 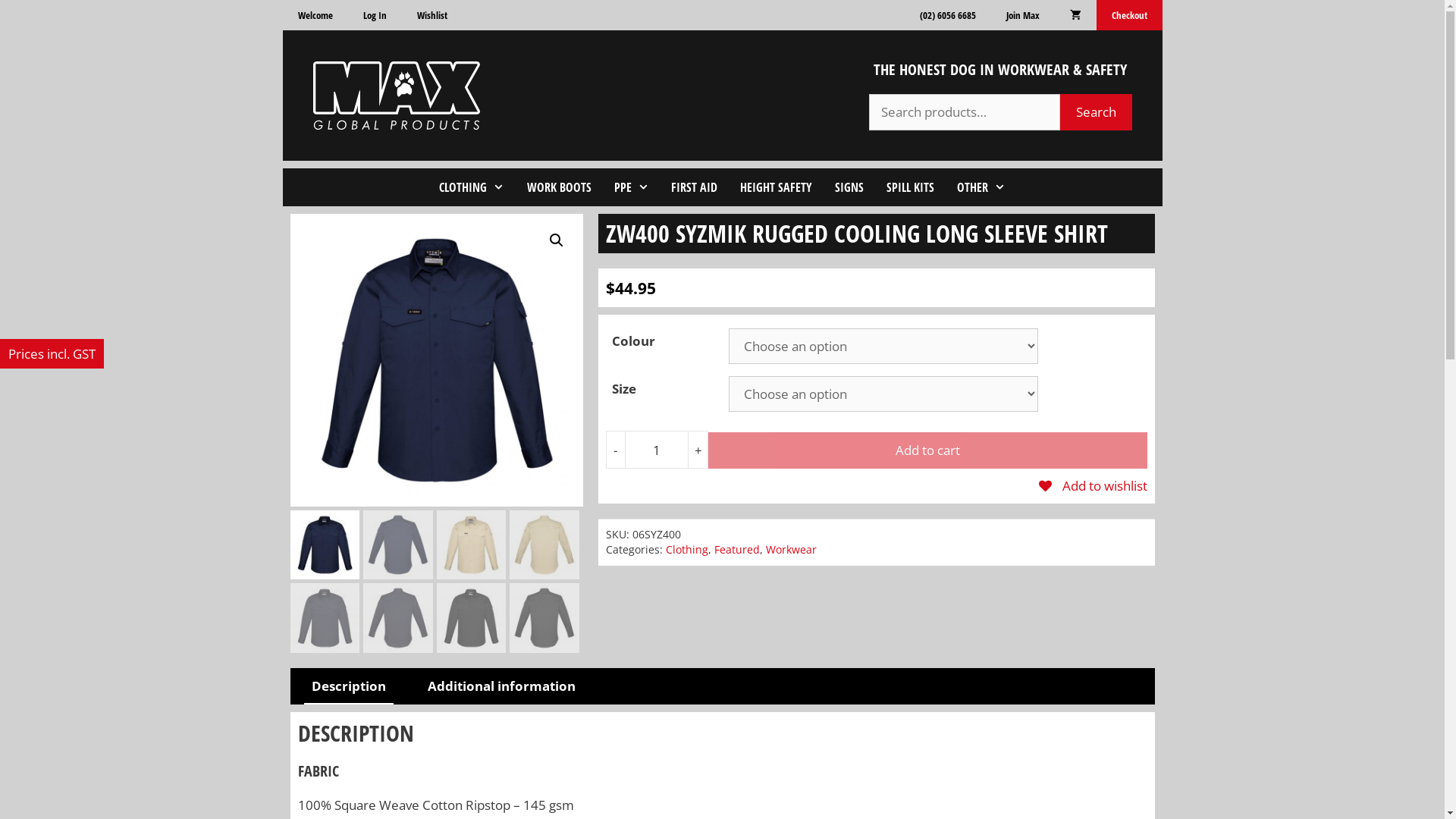 What do you see at coordinates (790, 549) in the screenshot?
I see `'Workwear'` at bounding box center [790, 549].